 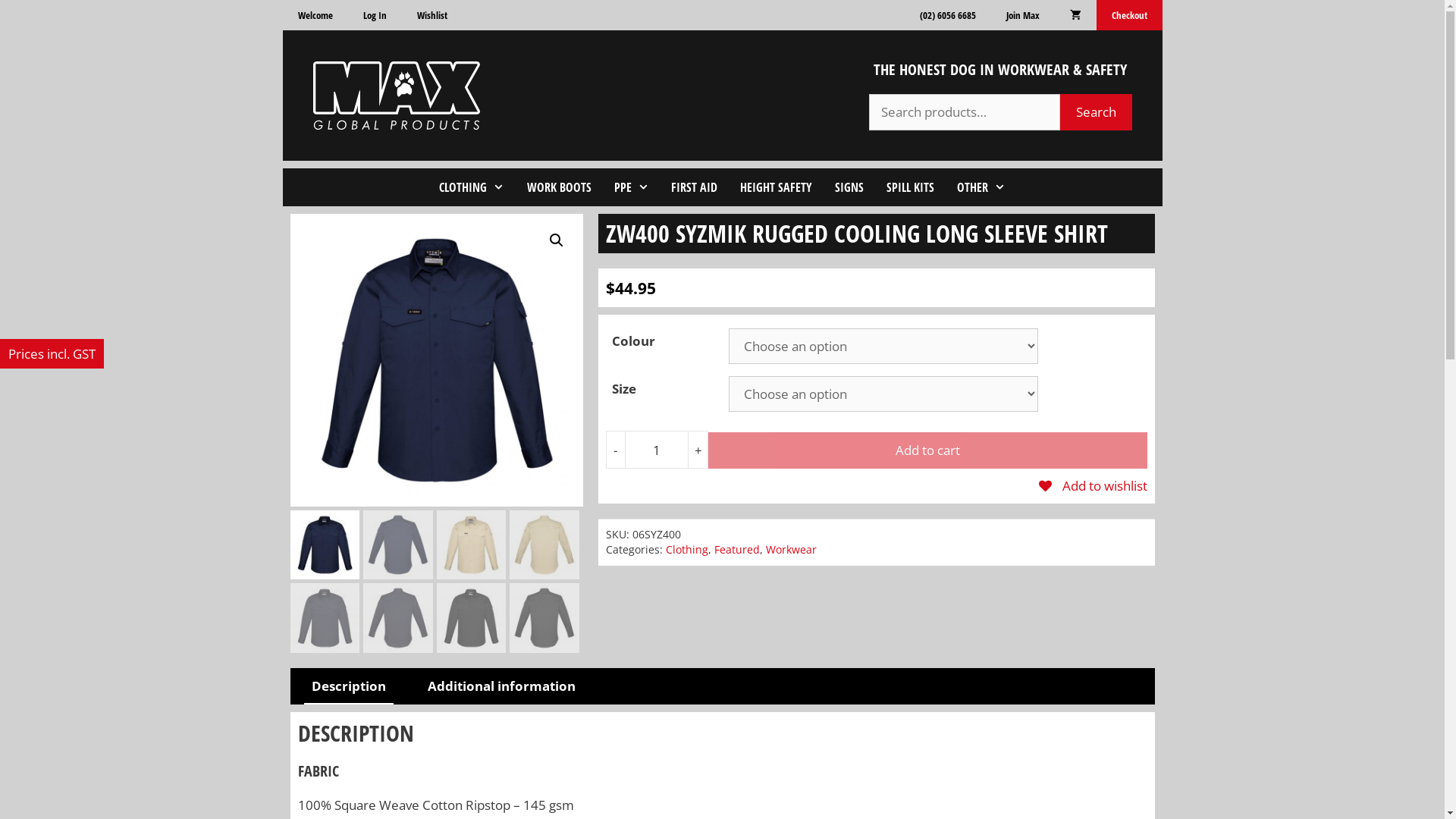 What do you see at coordinates (790, 549) in the screenshot?
I see `'Workwear'` at bounding box center [790, 549].